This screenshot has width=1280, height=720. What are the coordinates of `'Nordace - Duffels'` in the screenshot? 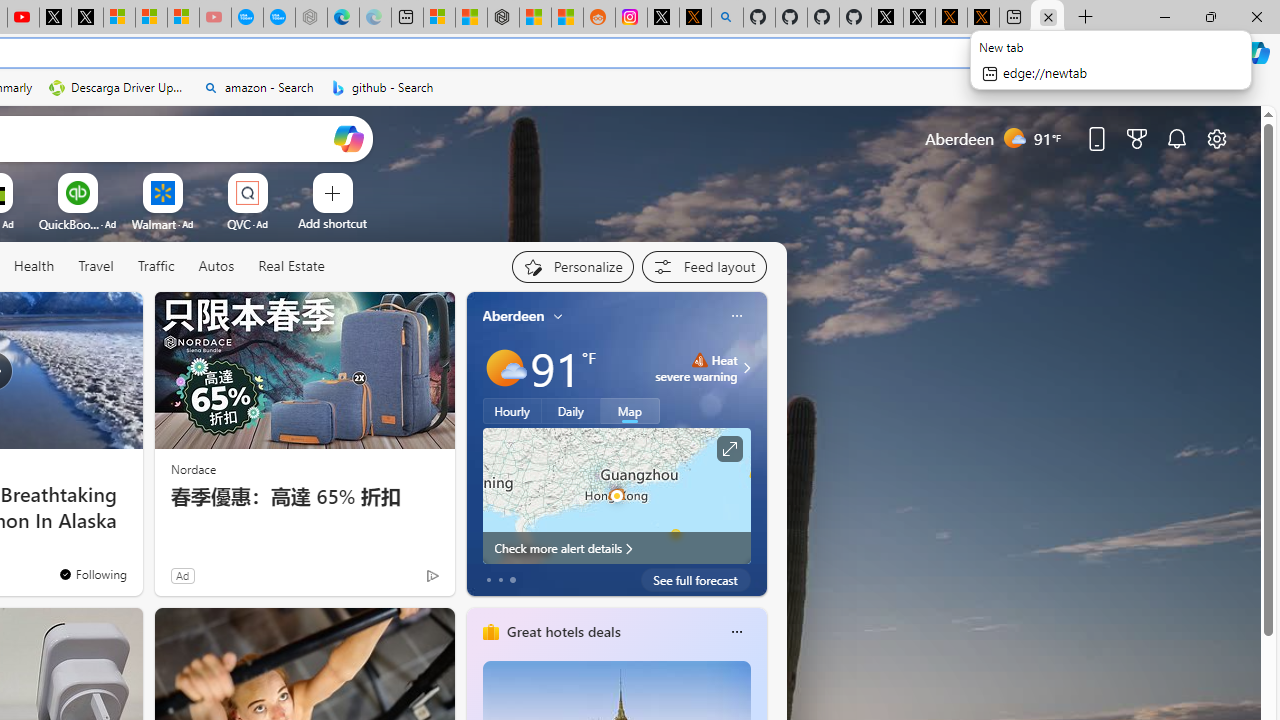 It's located at (503, 17).